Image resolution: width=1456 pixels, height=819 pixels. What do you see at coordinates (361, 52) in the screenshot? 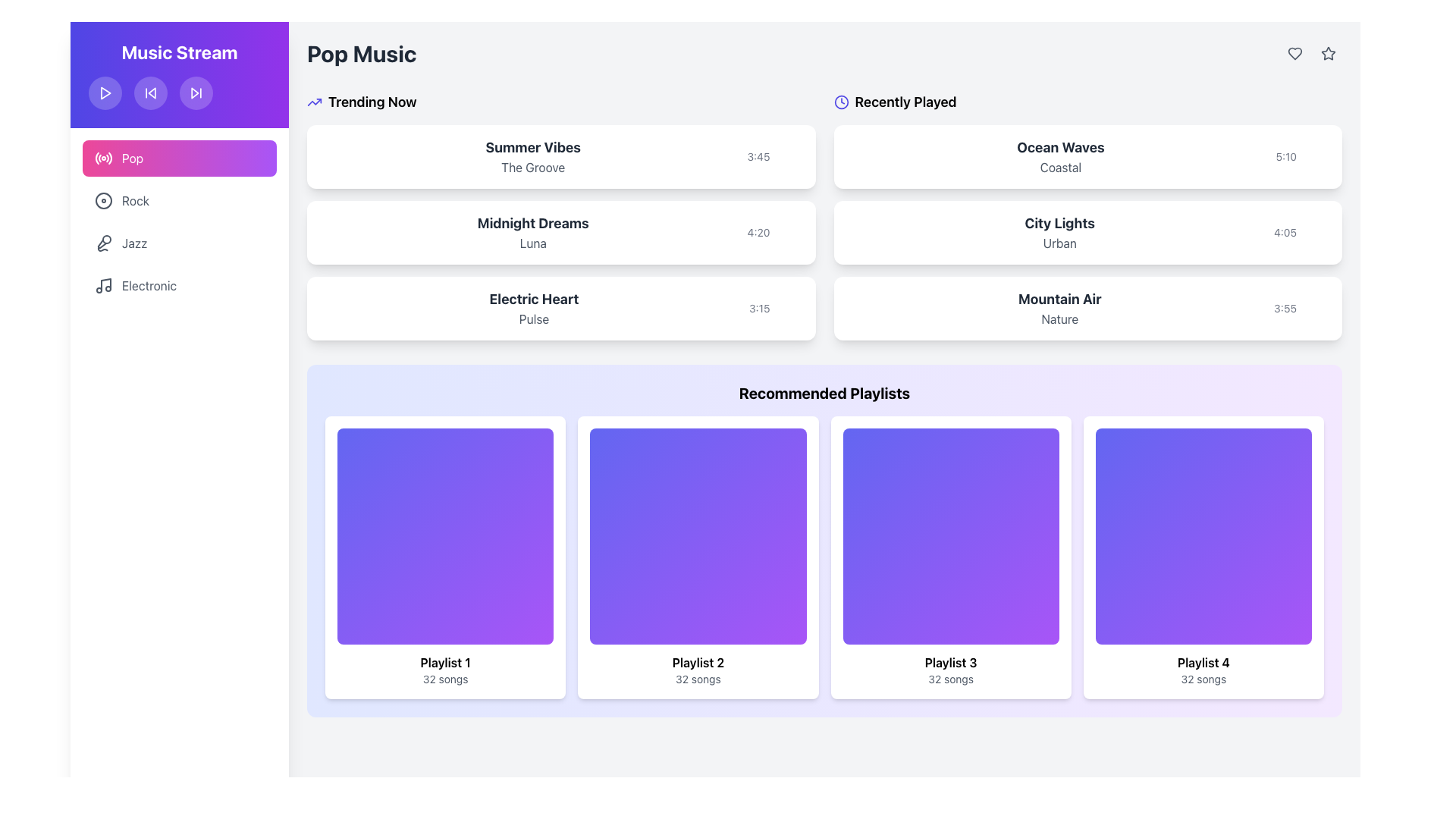
I see `the Text Label indicating the genre 'Pop Music', located in the top-left quadrant of the main content area, directly to the right of the purple sidebar` at bounding box center [361, 52].